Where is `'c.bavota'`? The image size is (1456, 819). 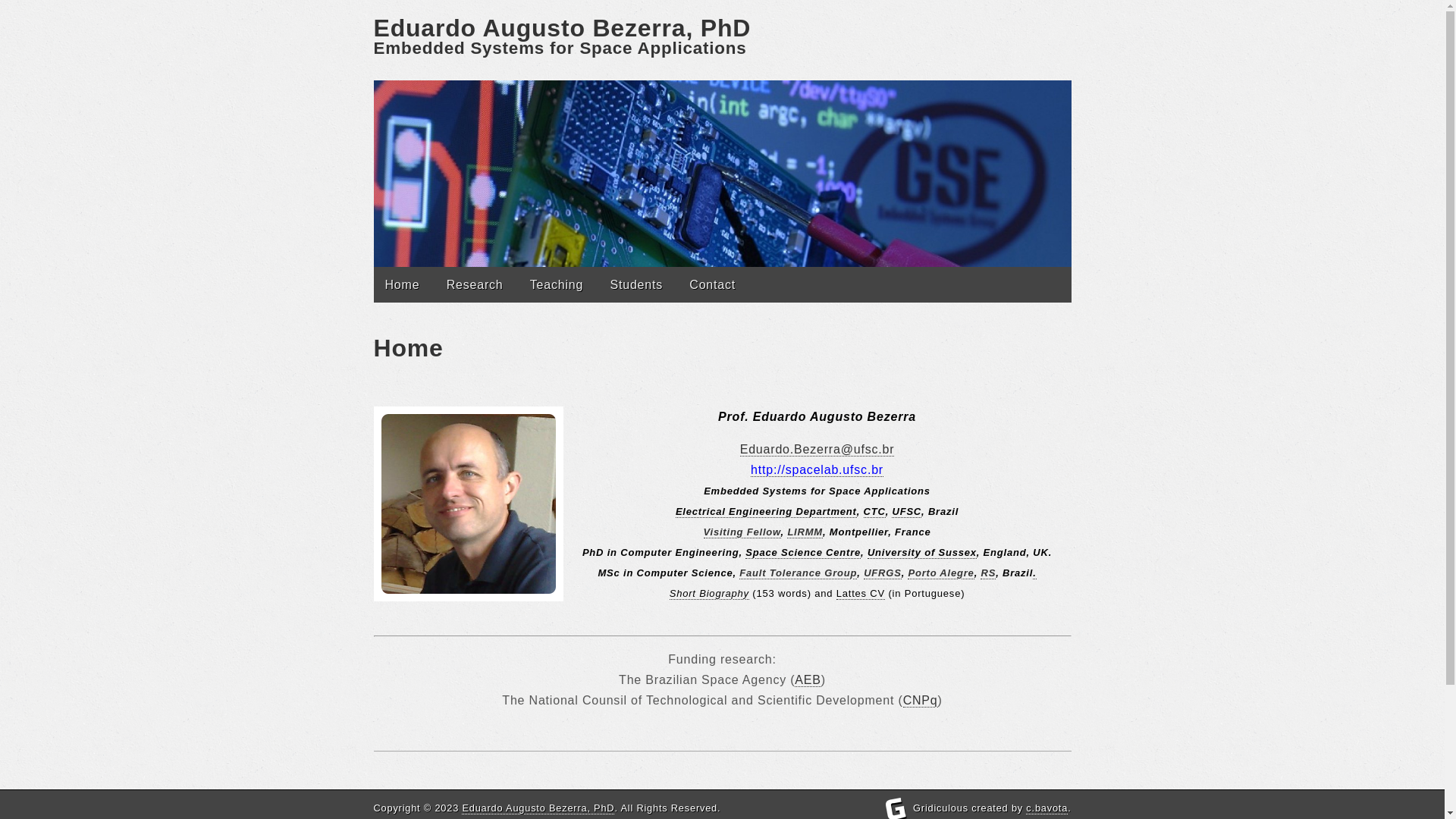 'c.bavota' is located at coordinates (1046, 807).